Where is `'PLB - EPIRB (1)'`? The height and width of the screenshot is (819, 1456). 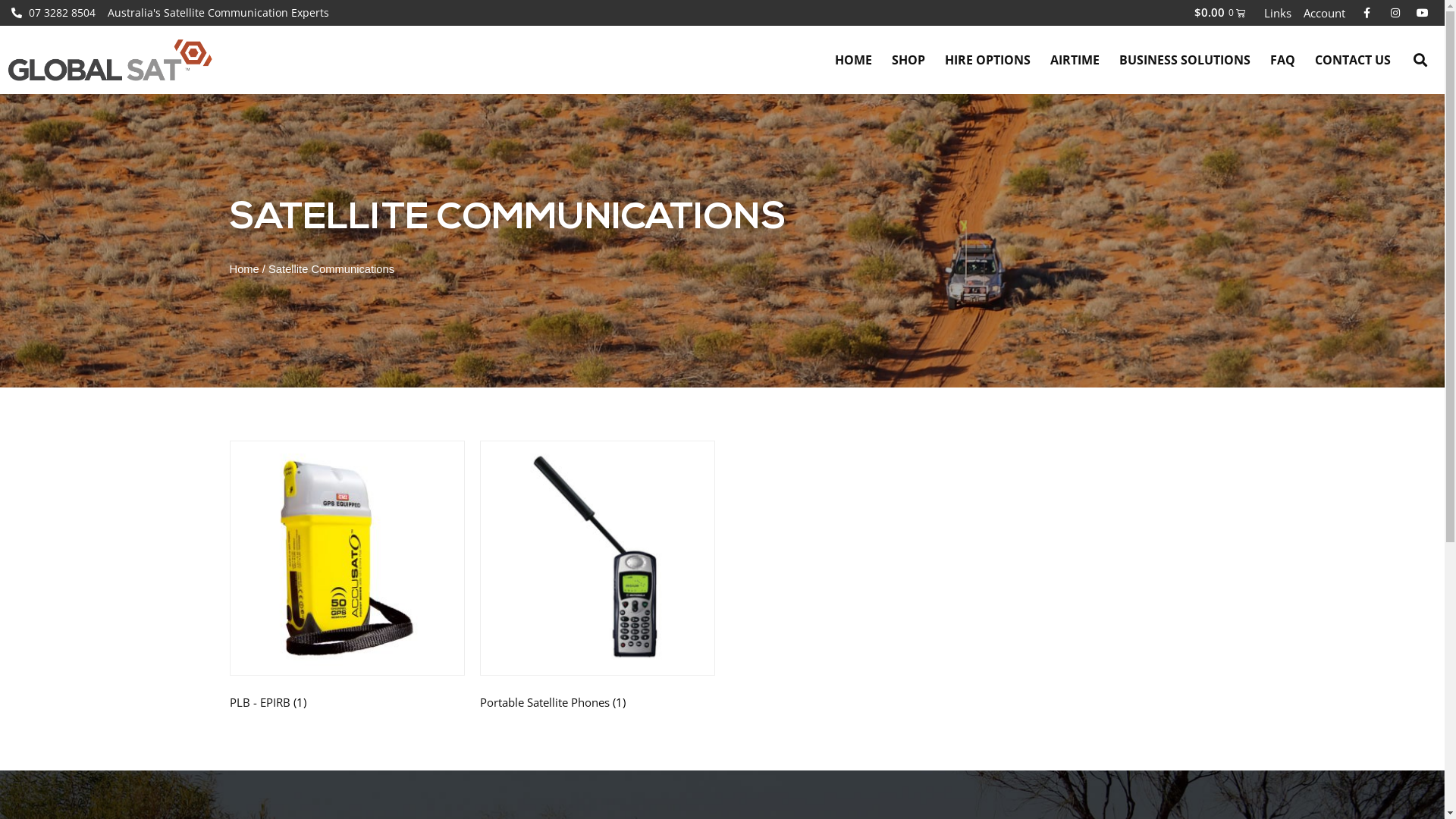 'PLB - EPIRB (1)' is located at coordinates (345, 579).